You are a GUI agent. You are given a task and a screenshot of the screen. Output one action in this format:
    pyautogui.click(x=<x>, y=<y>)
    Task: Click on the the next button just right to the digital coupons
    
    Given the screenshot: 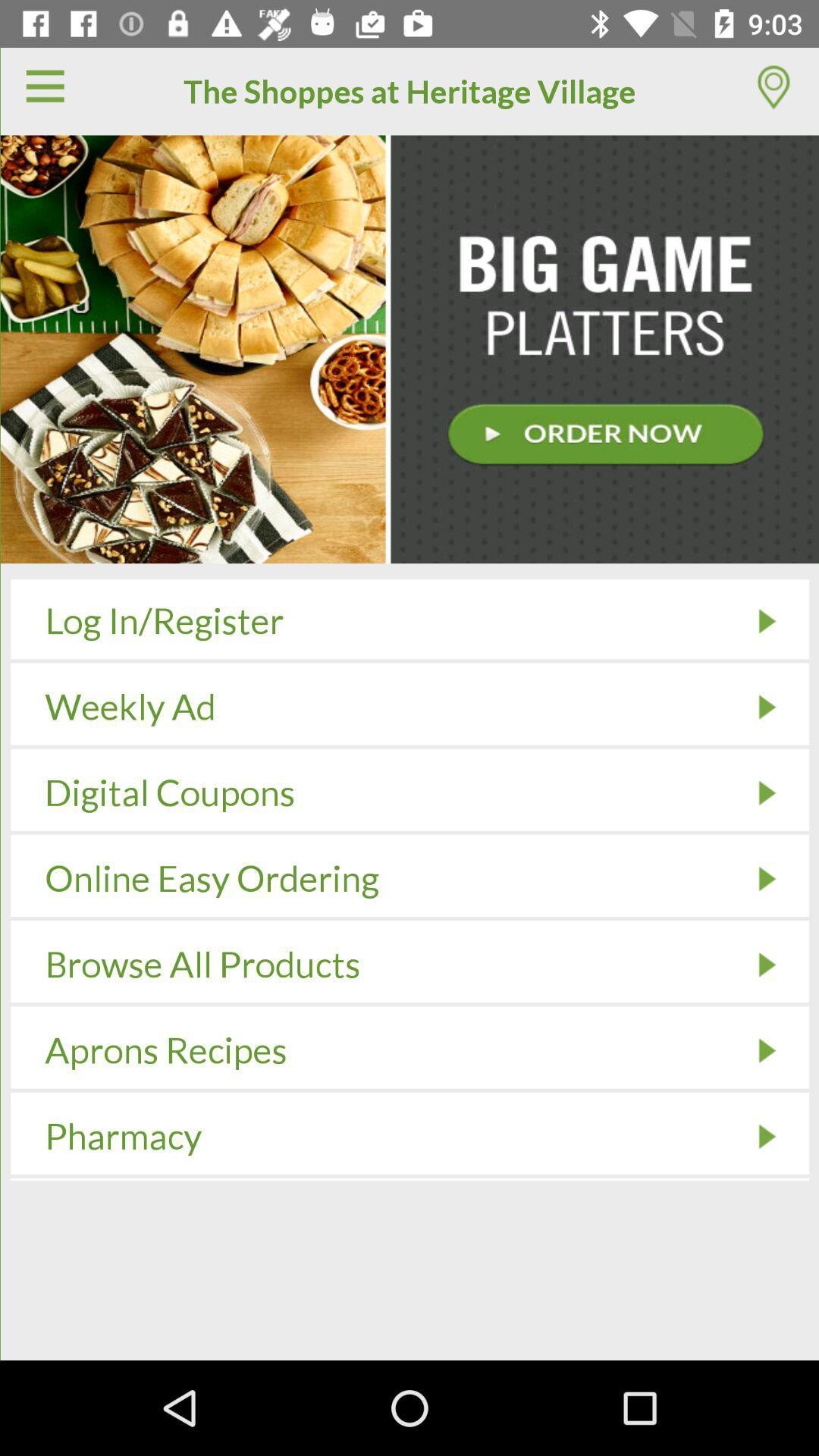 What is the action you would take?
    pyautogui.click(x=767, y=792)
    